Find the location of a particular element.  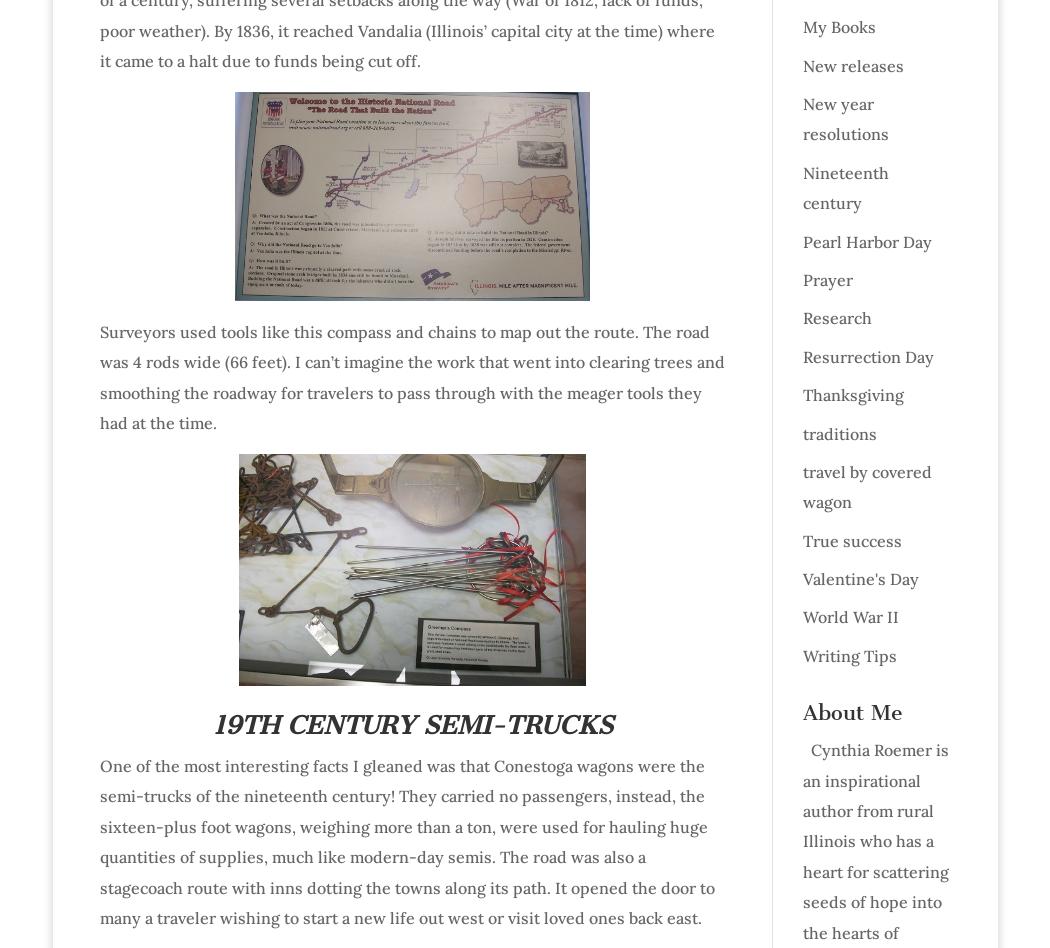

'True success' is located at coordinates (851, 539).